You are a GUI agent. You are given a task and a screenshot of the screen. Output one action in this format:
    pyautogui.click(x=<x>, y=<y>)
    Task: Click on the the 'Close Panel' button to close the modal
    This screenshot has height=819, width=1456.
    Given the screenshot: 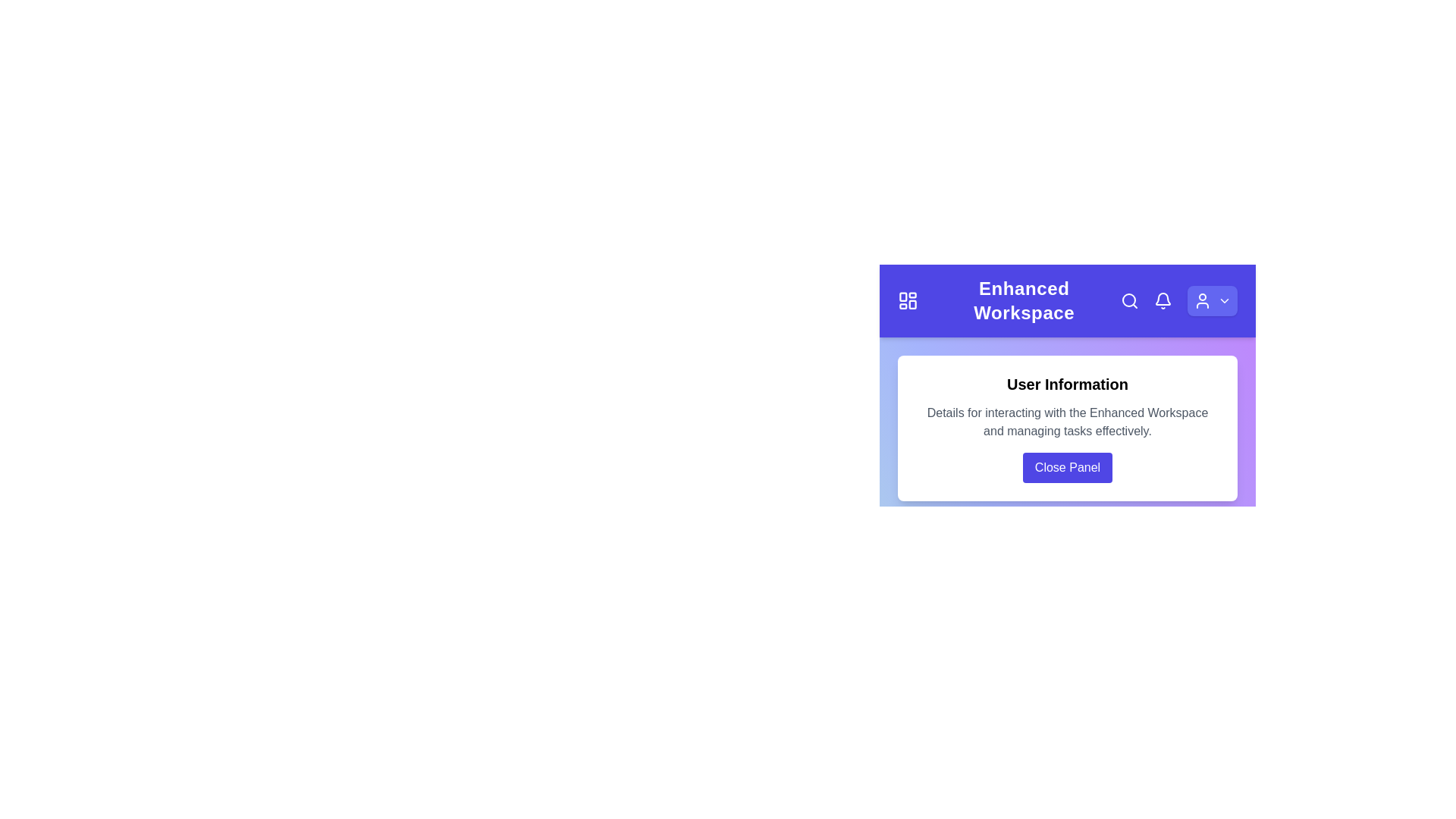 What is the action you would take?
    pyautogui.click(x=1066, y=467)
    